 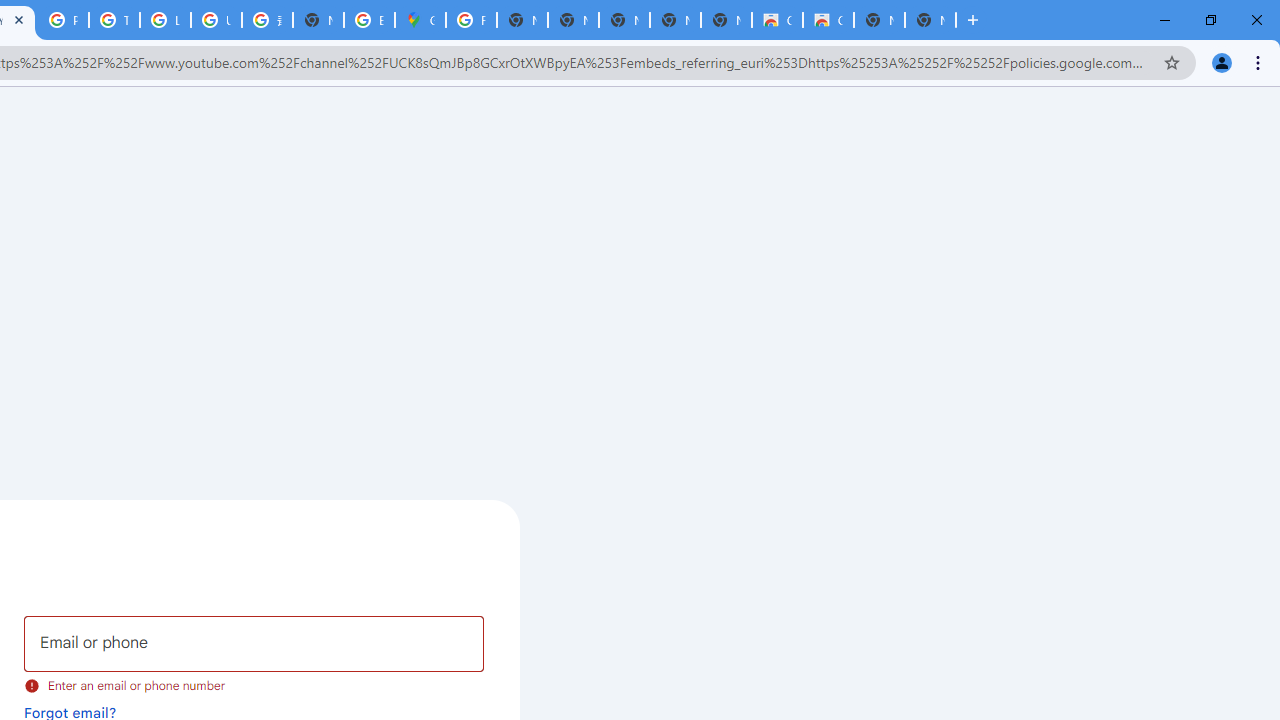 I want to click on 'Tips & tricks for Chrome - Google Chrome Help', so click(x=112, y=20).